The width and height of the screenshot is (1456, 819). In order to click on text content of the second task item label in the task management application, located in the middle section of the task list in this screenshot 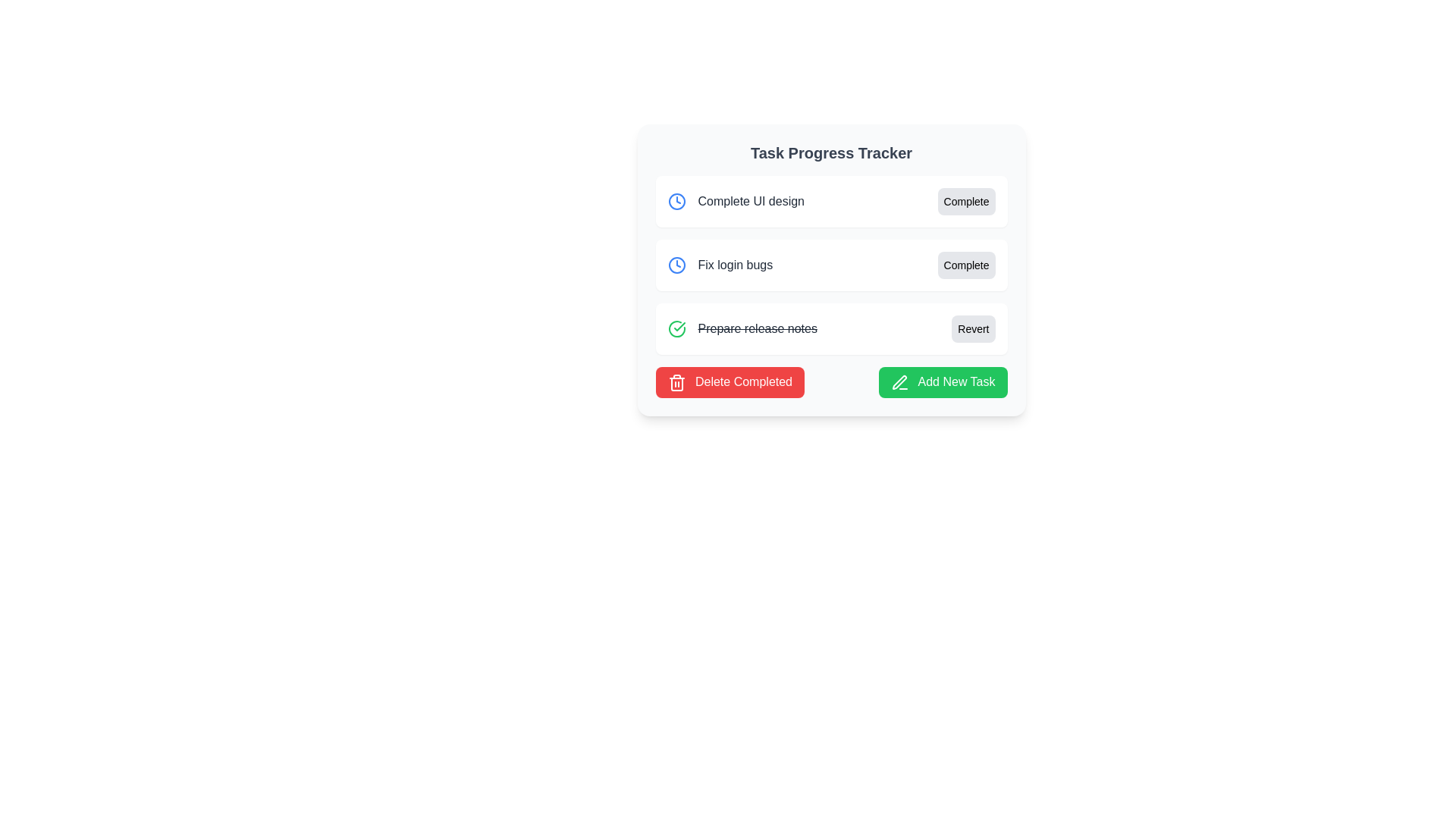, I will do `click(735, 265)`.